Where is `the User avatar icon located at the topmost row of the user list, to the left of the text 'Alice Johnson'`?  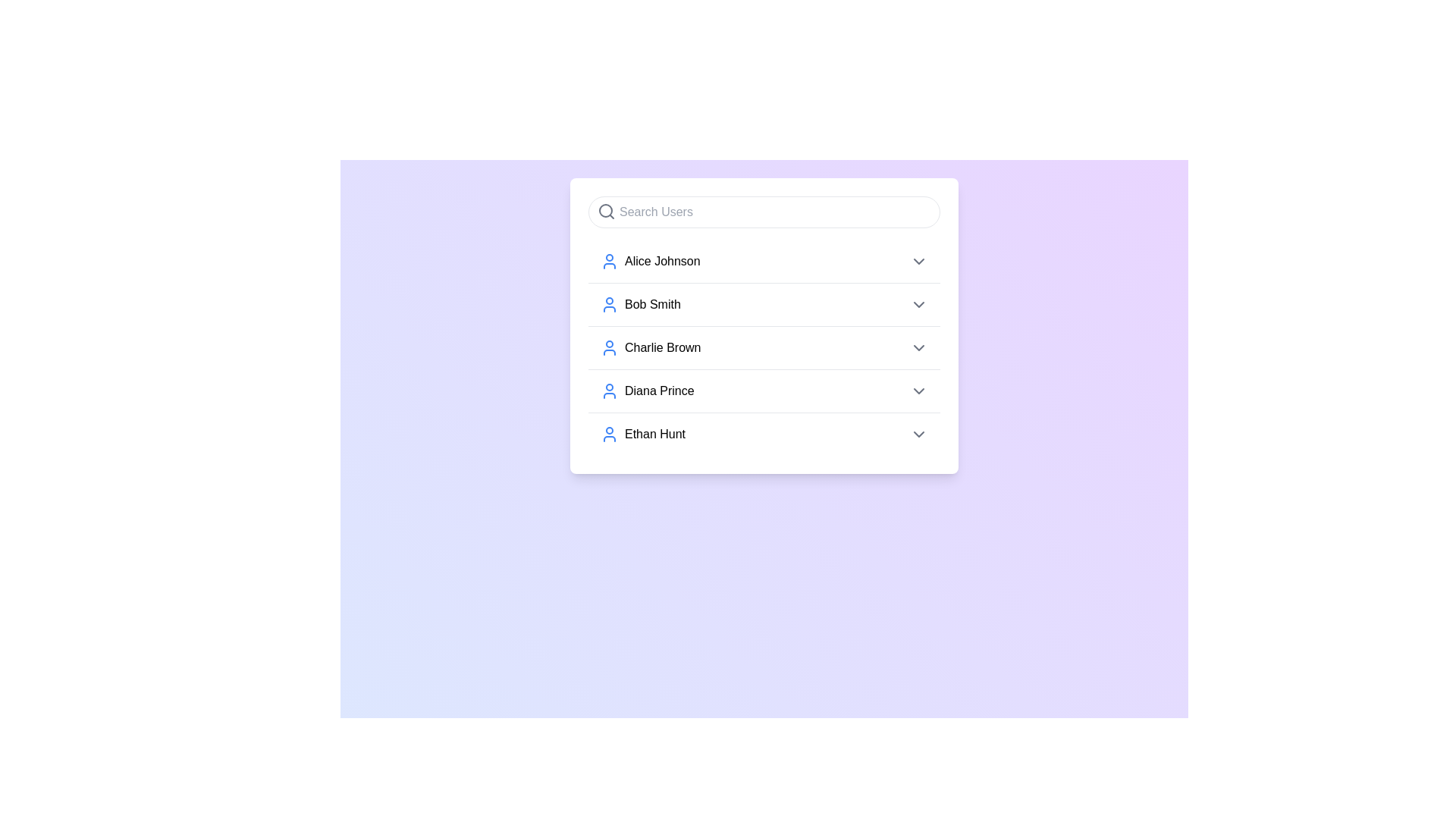
the User avatar icon located at the topmost row of the user list, to the left of the text 'Alice Johnson' is located at coordinates (610, 260).